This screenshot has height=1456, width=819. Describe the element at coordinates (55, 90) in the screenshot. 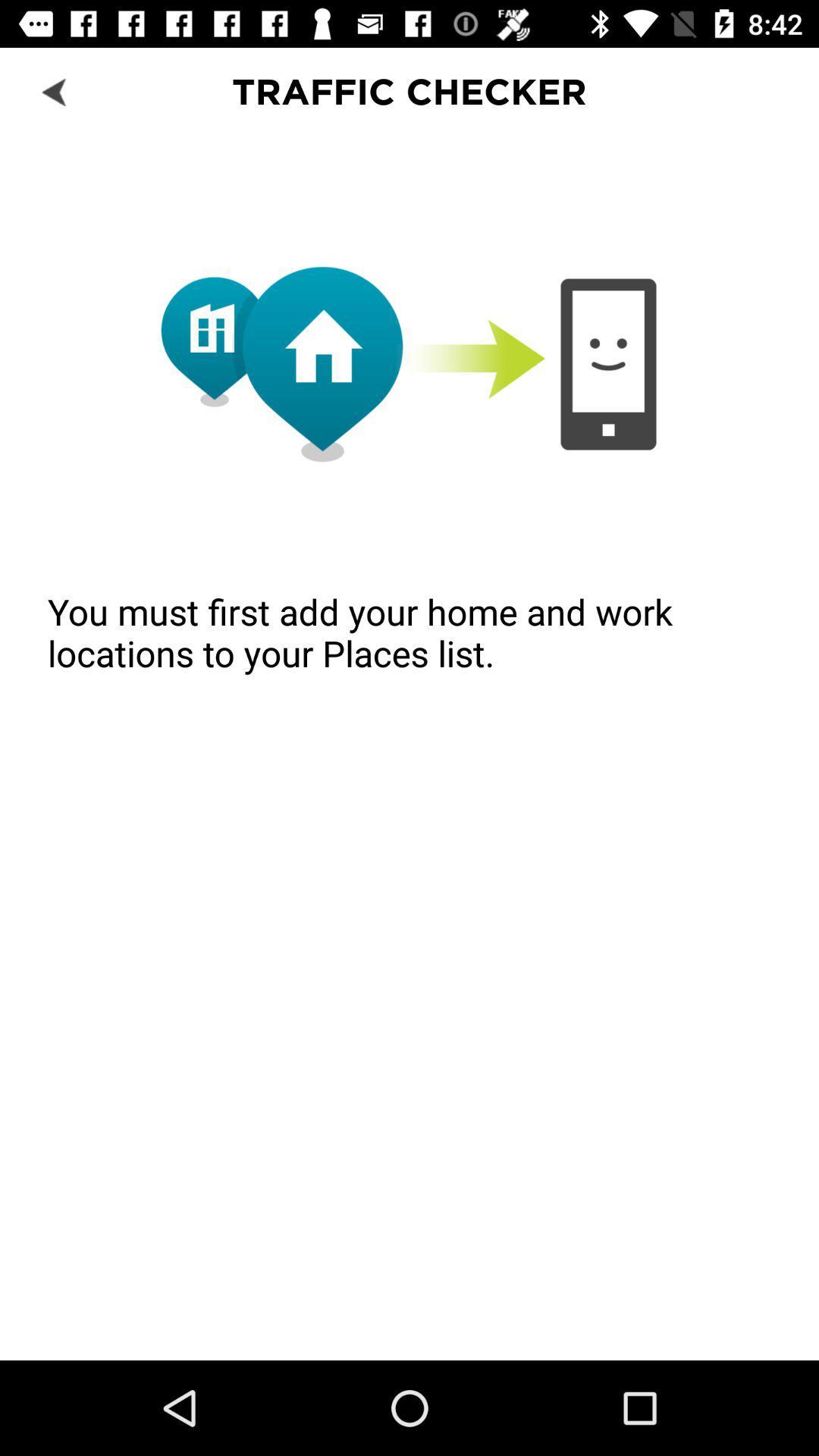

I see `return to the previous page` at that location.